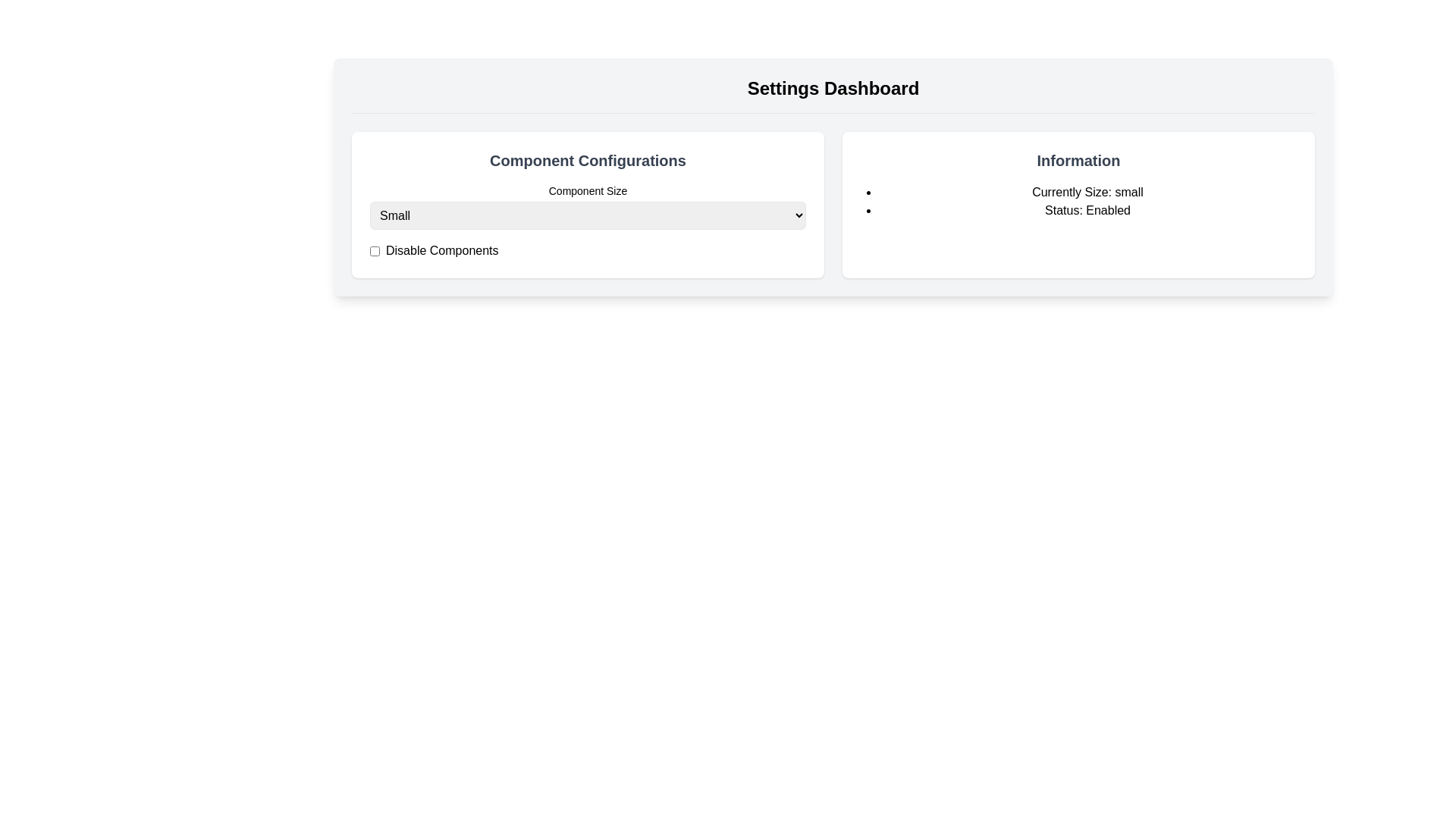  Describe the element at coordinates (1078, 201) in the screenshot. I see `the List item group in the 'Information' section that displays key data points related to the current state of a setting, specifically the size and status` at that location.